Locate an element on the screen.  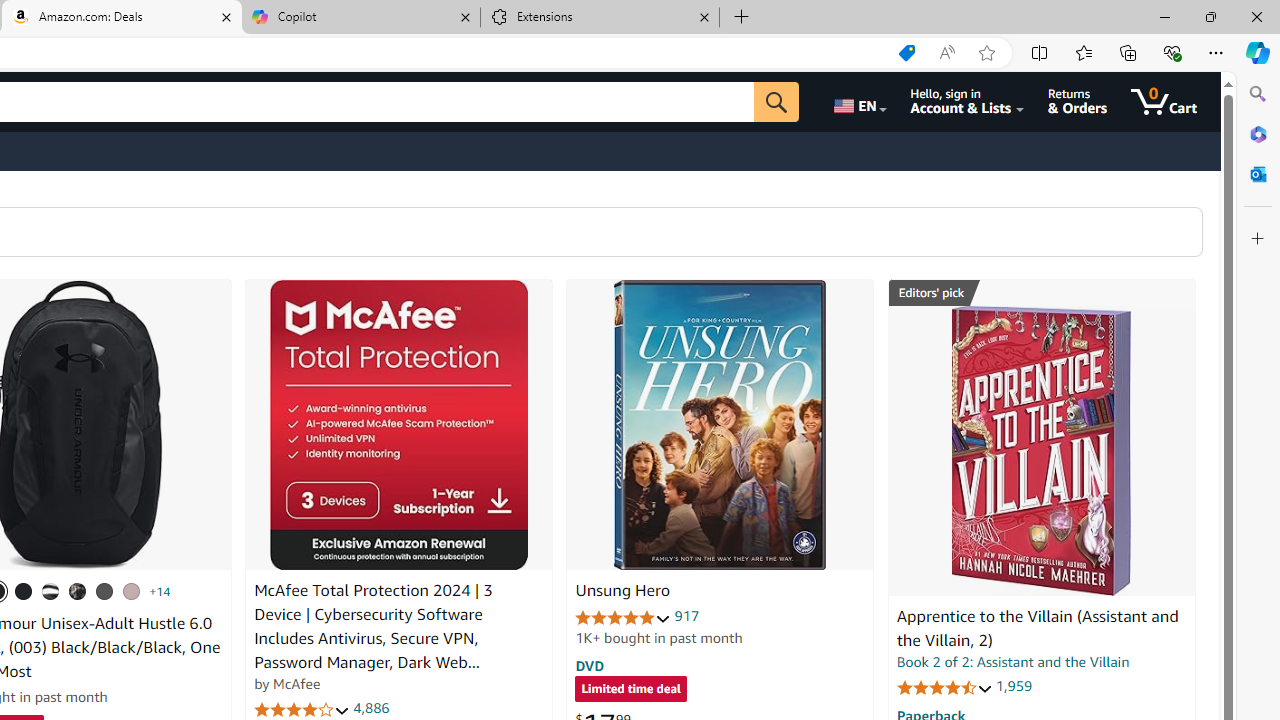
'4.6 out of 5 stars' is located at coordinates (943, 686).